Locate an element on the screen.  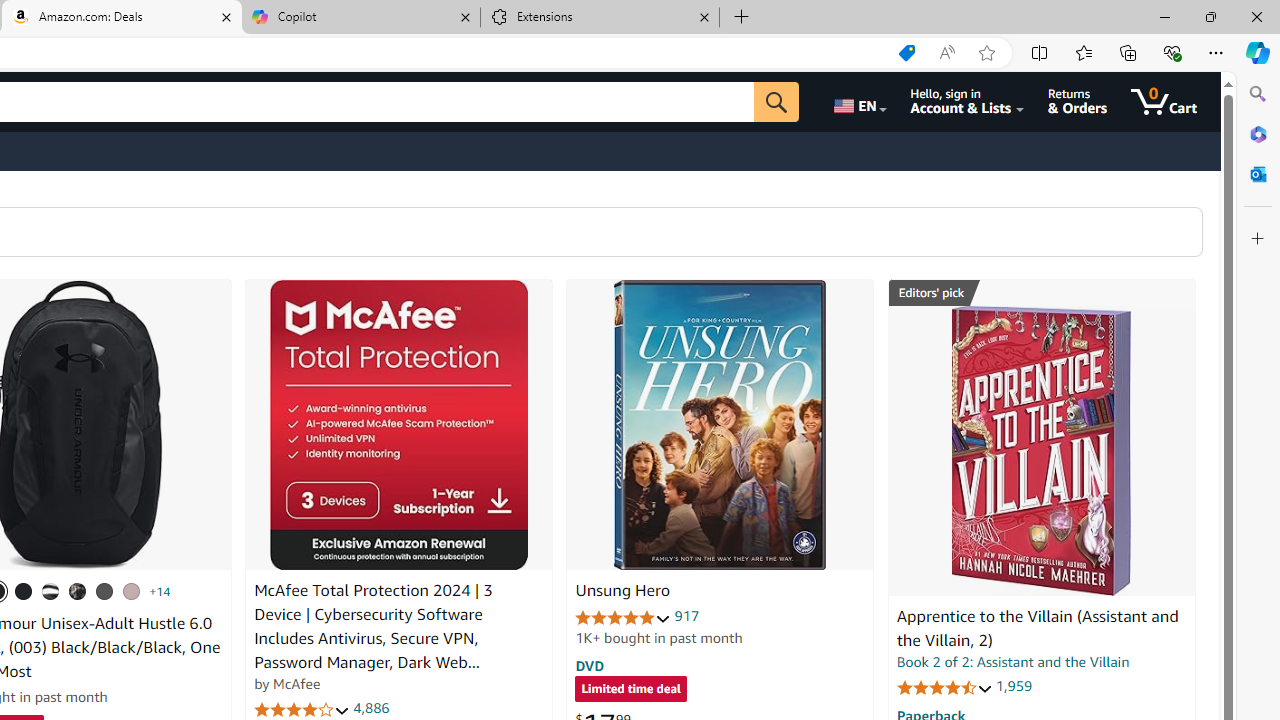
'4.6 out of 5 stars' is located at coordinates (943, 686).